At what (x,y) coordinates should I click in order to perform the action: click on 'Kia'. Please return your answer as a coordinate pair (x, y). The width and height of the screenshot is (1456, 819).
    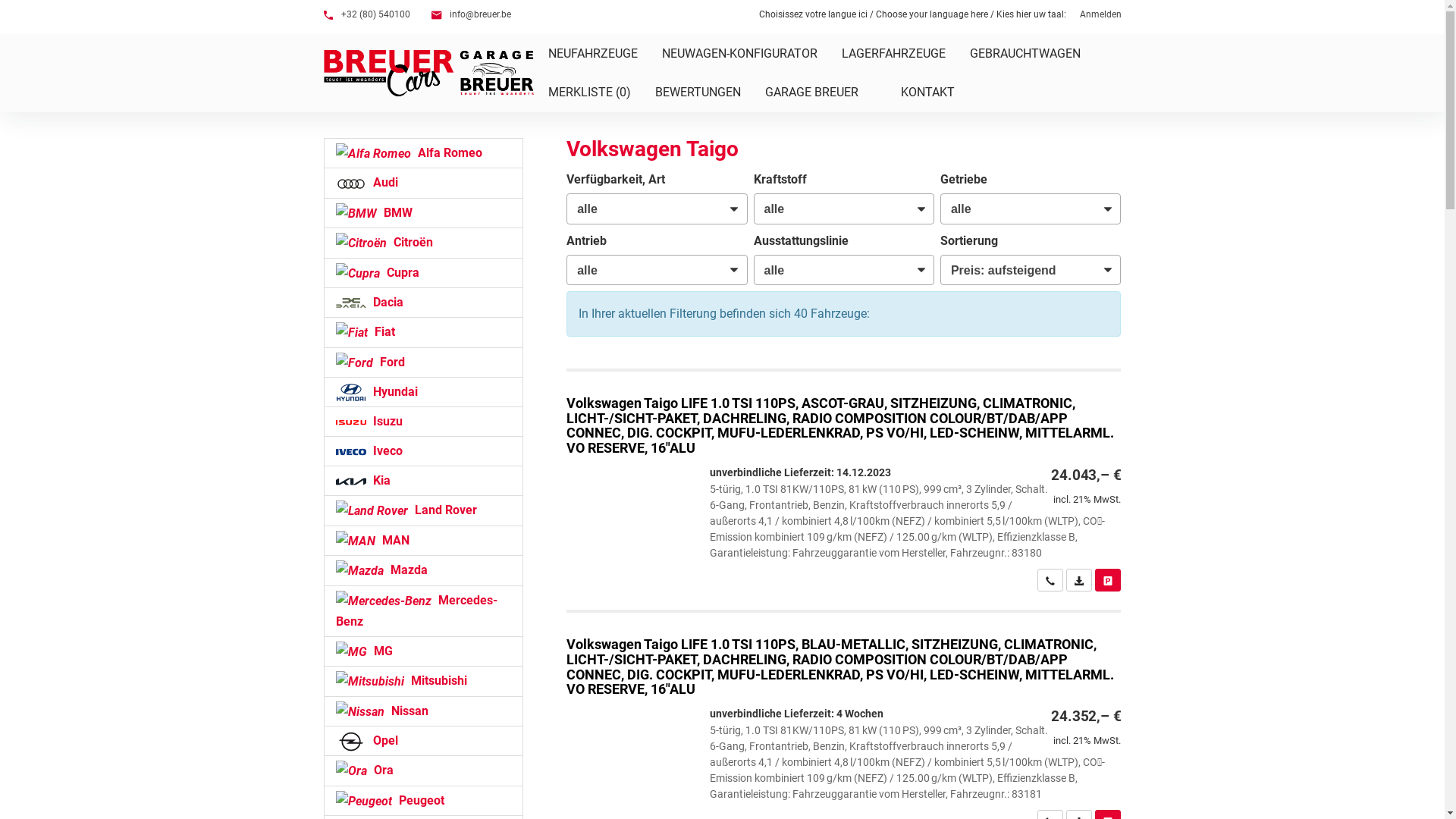
    Looking at the image, I should click on (422, 480).